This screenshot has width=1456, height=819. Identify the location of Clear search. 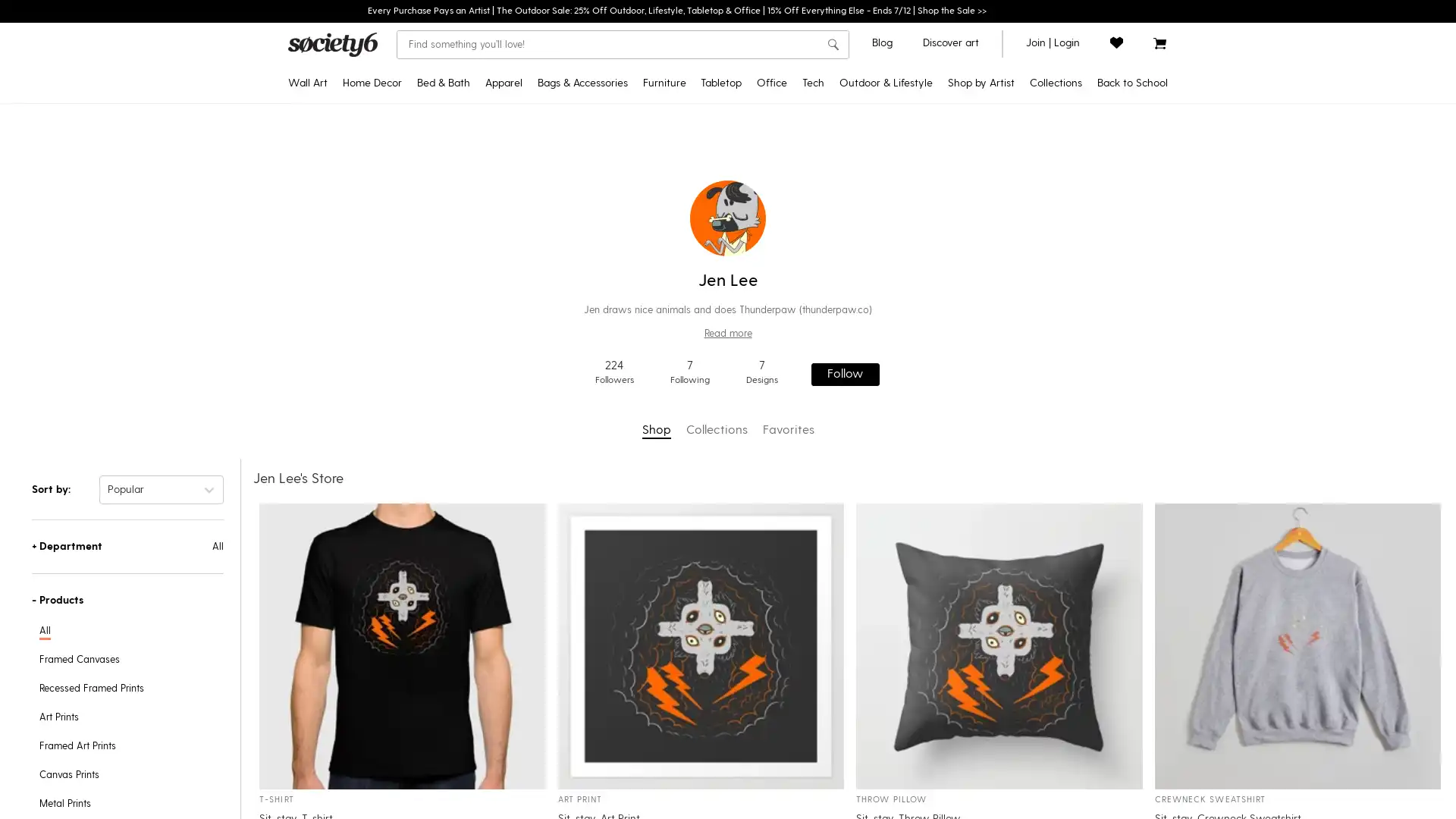
(811, 43).